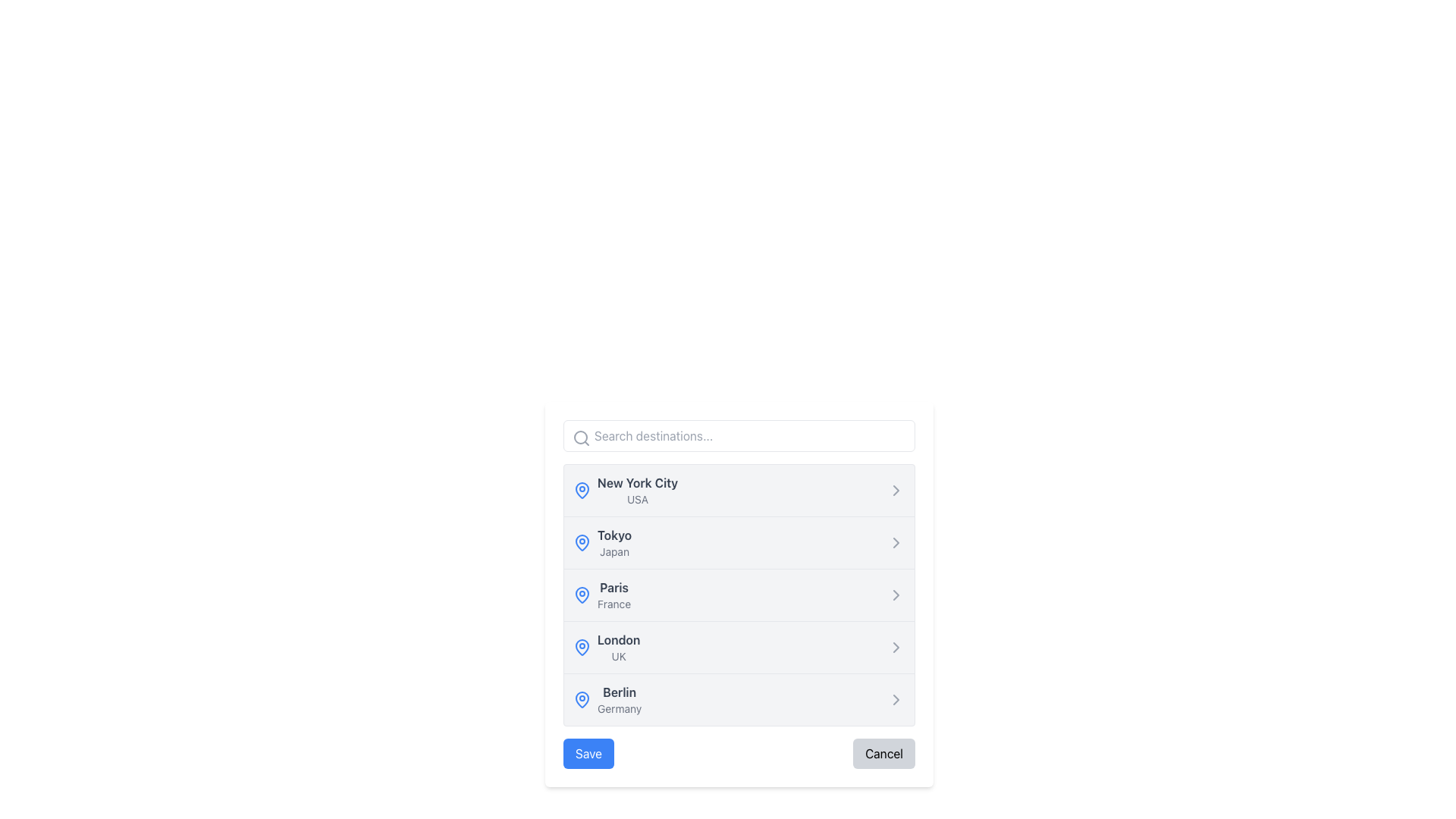 This screenshot has width=1456, height=819. What do you see at coordinates (582, 542) in the screenshot?
I see `the blue map pin icon located to the far left of the text 'Tokyo', which is vertically aligned with it and slightly above the text 'Japan'` at bounding box center [582, 542].